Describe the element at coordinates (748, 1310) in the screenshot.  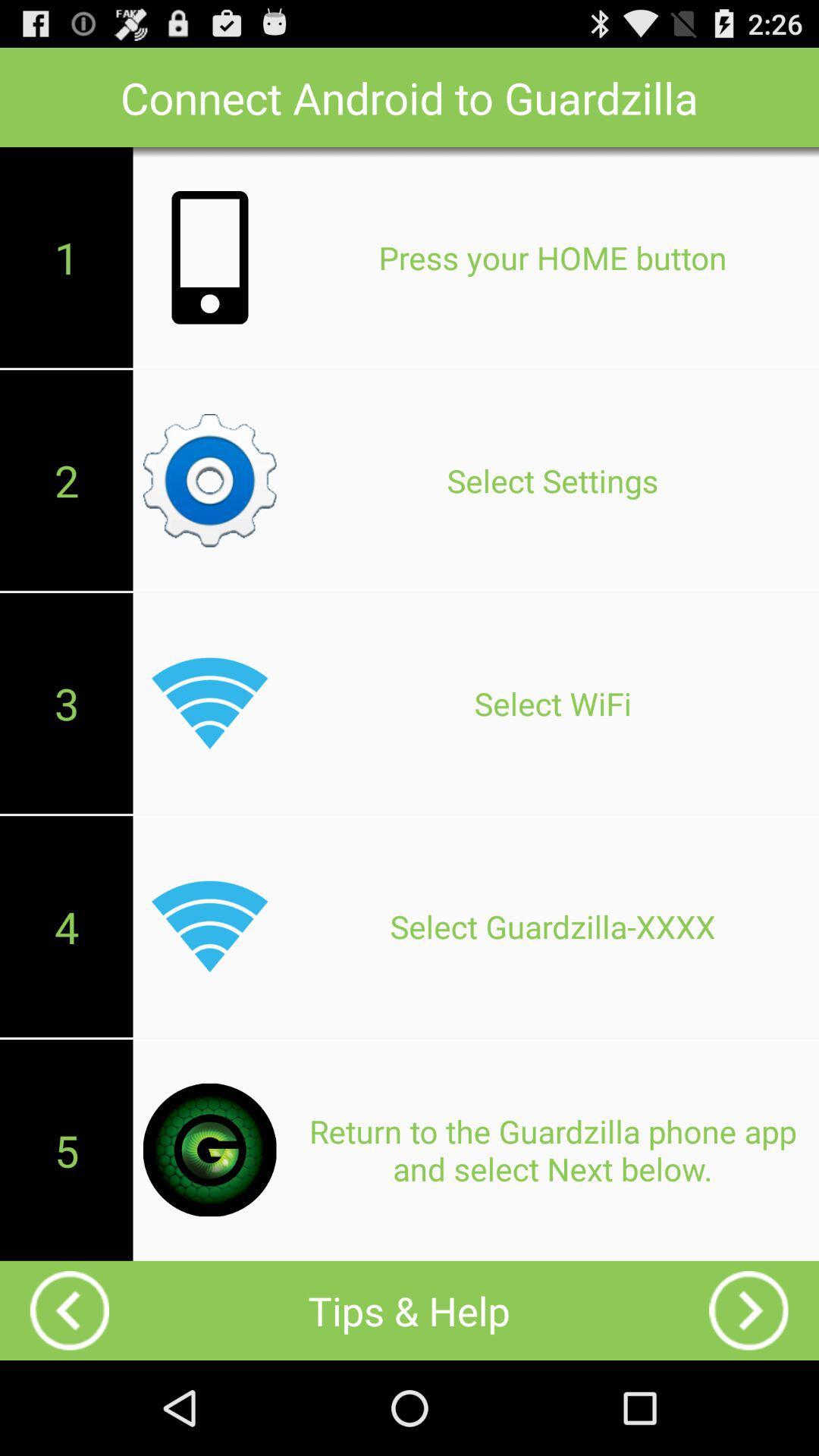
I see `more tips` at that location.